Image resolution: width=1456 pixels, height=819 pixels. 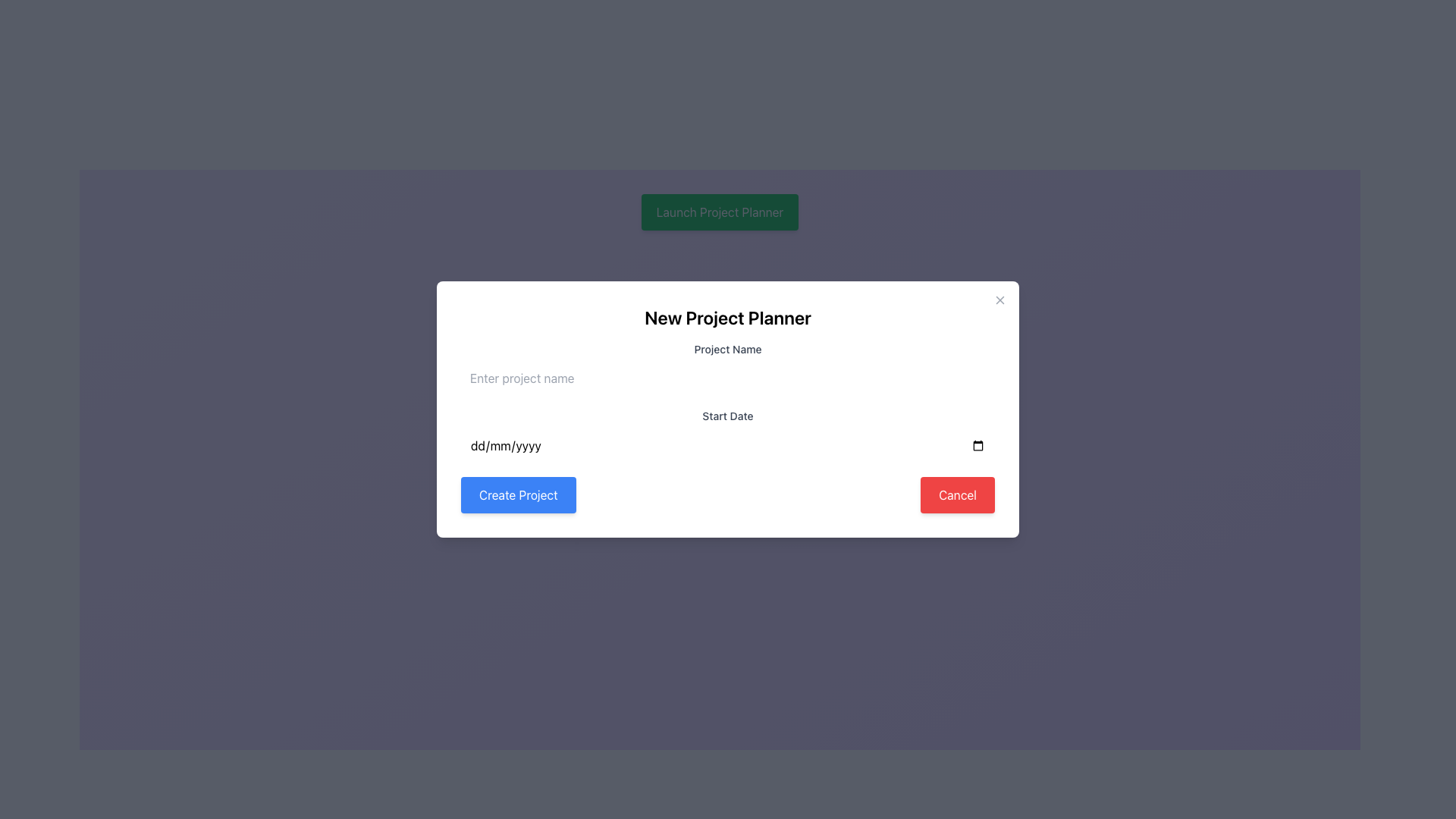 I want to click on text from the Text Label that indicates users should enter the name of the project in the input field below it, located at the top section of the form within the modal dialog box, above the input field labeled 'Enter project name', so click(x=728, y=350).